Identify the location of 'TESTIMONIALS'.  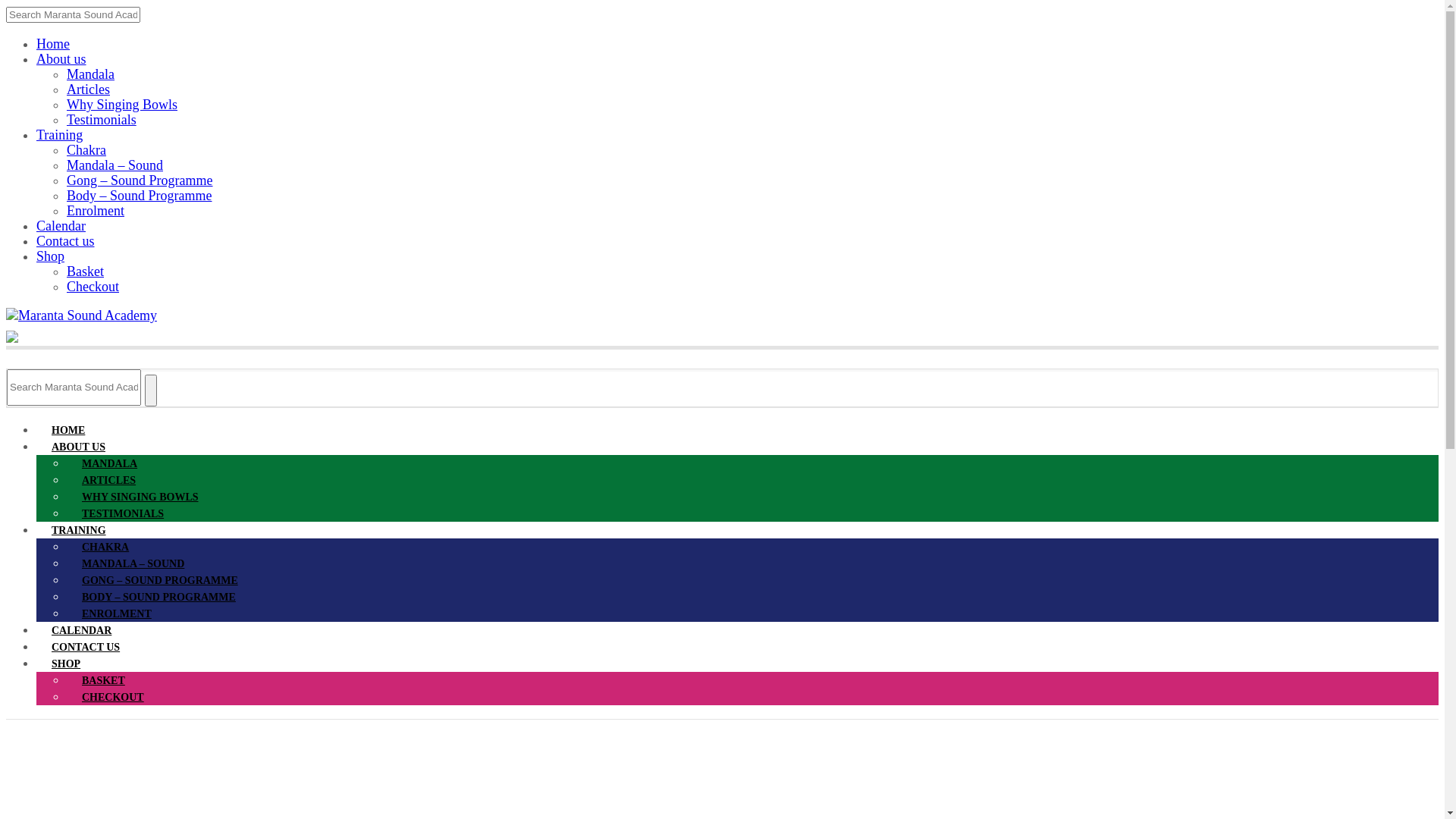
(123, 513).